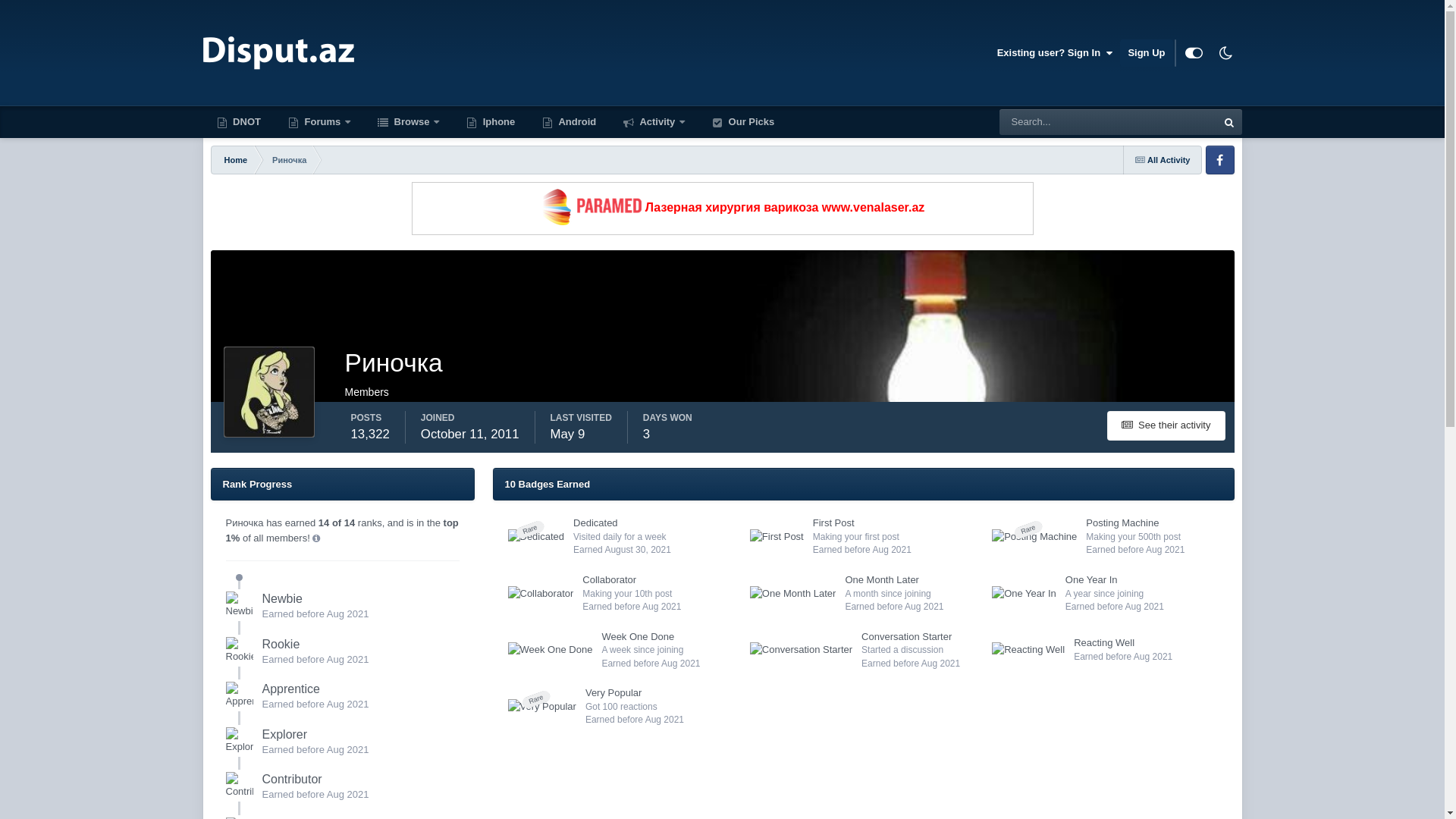 This screenshot has height=819, width=1456. What do you see at coordinates (318, 121) in the screenshot?
I see `'Forums'` at bounding box center [318, 121].